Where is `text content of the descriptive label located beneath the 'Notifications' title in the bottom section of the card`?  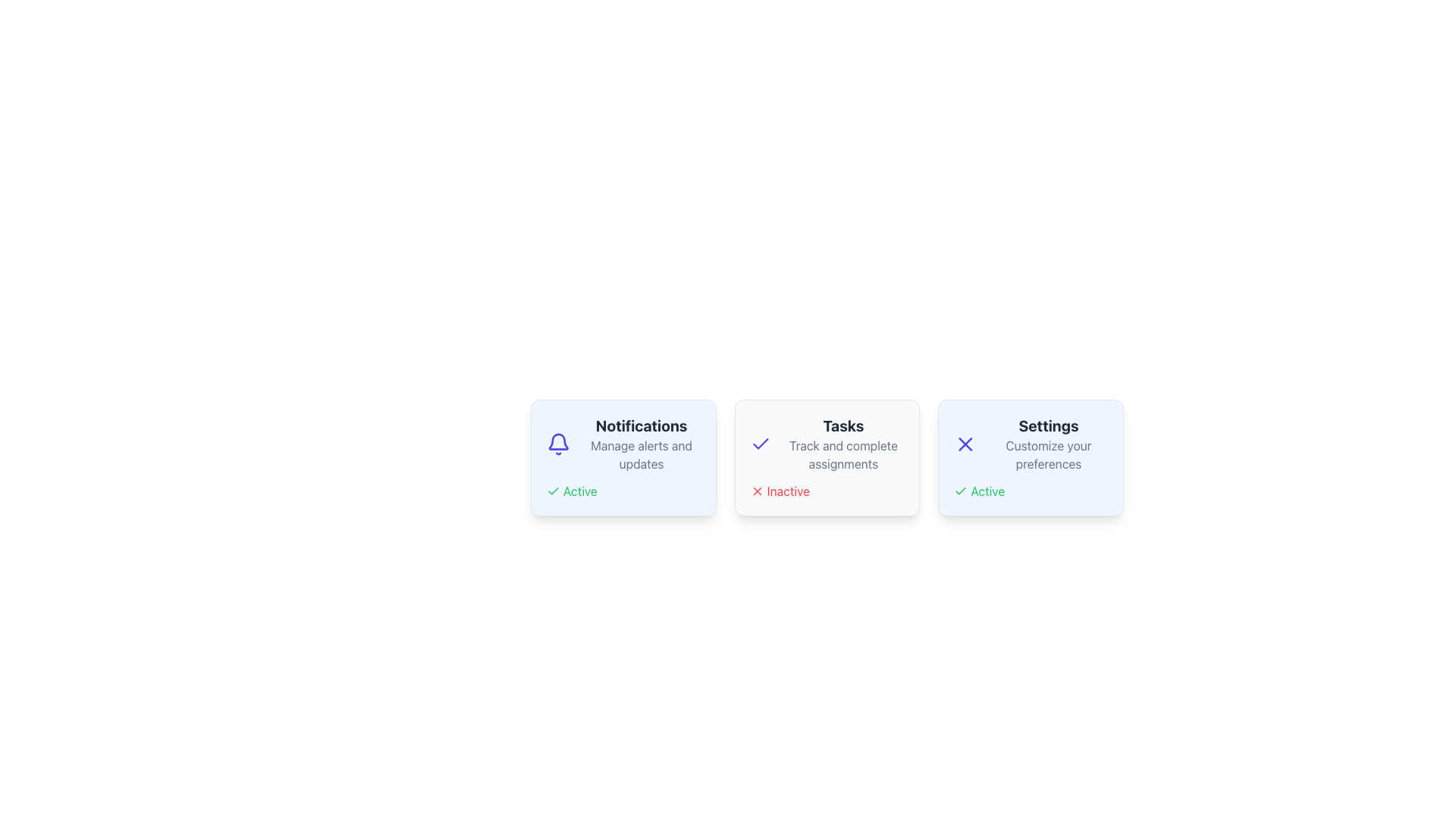 text content of the descriptive label located beneath the 'Notifications' title in the bottom section of the card is located at coordinates (642, 454).